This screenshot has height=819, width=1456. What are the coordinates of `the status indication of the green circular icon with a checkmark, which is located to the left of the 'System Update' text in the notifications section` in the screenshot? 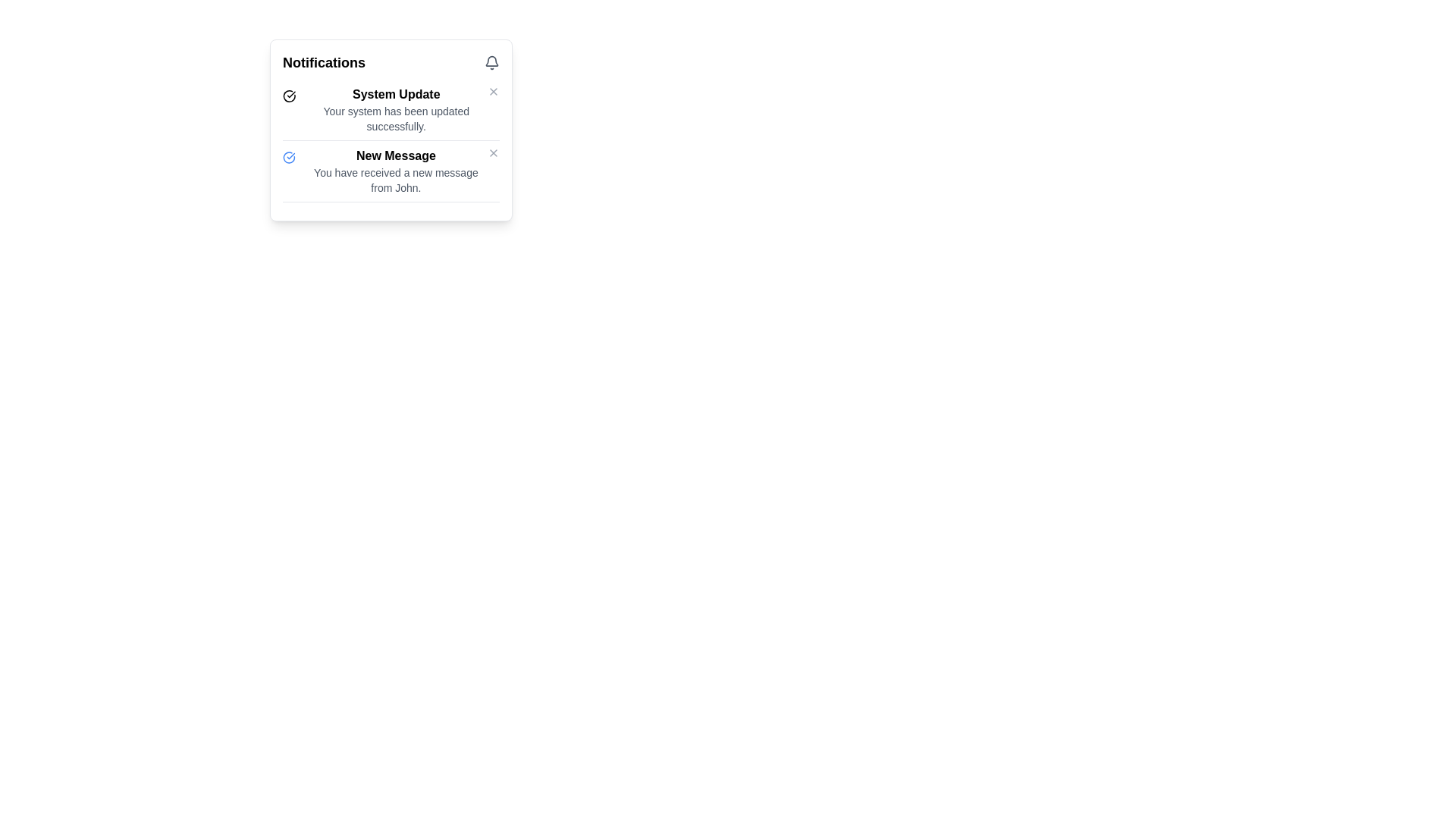 It's located at (289, 96).